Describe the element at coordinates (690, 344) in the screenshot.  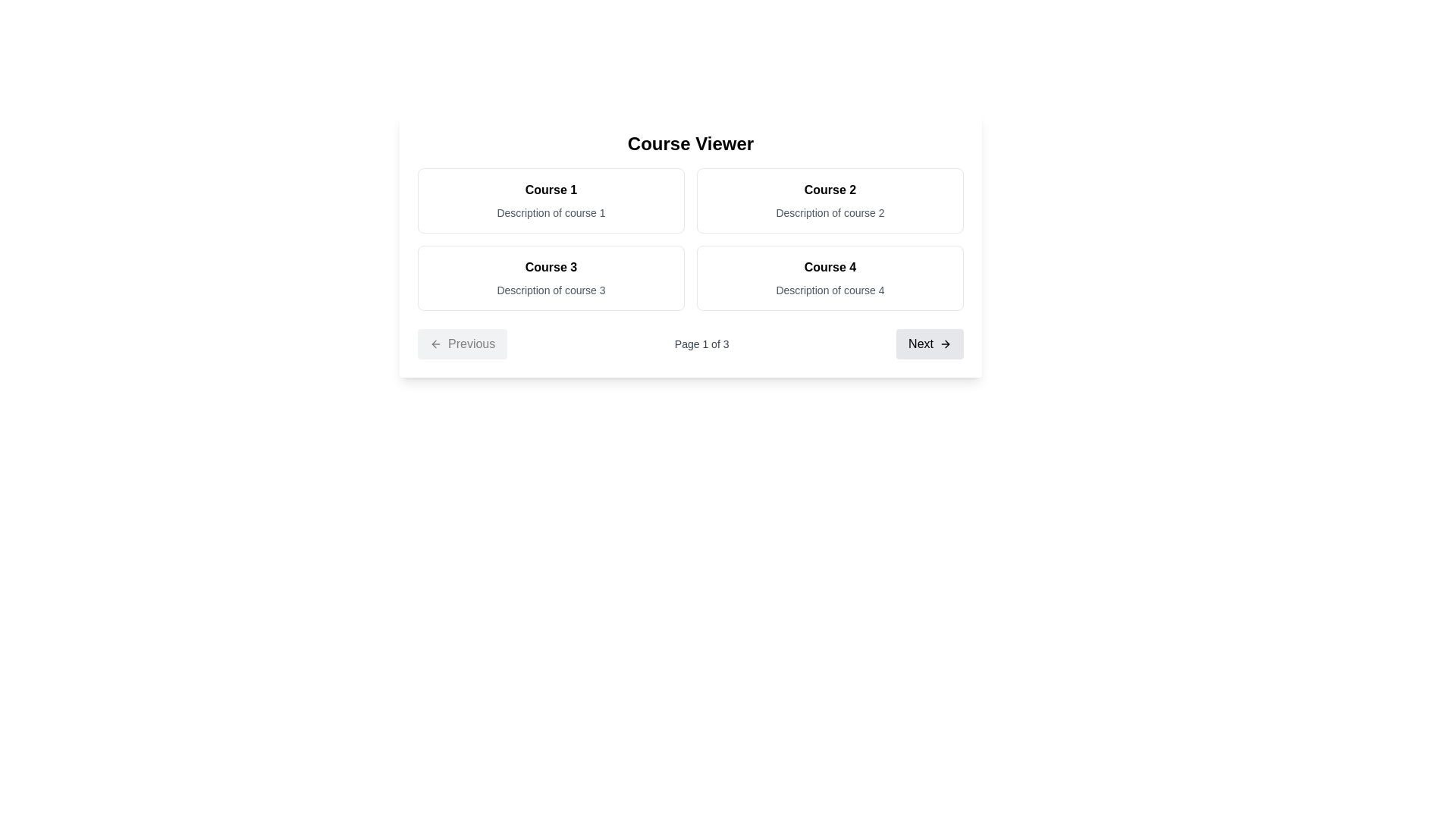
I see `the pagination label located centrally within the horizontal pagination bar at the bottom of the card, which indicates the current page number out of total pages` at that location.